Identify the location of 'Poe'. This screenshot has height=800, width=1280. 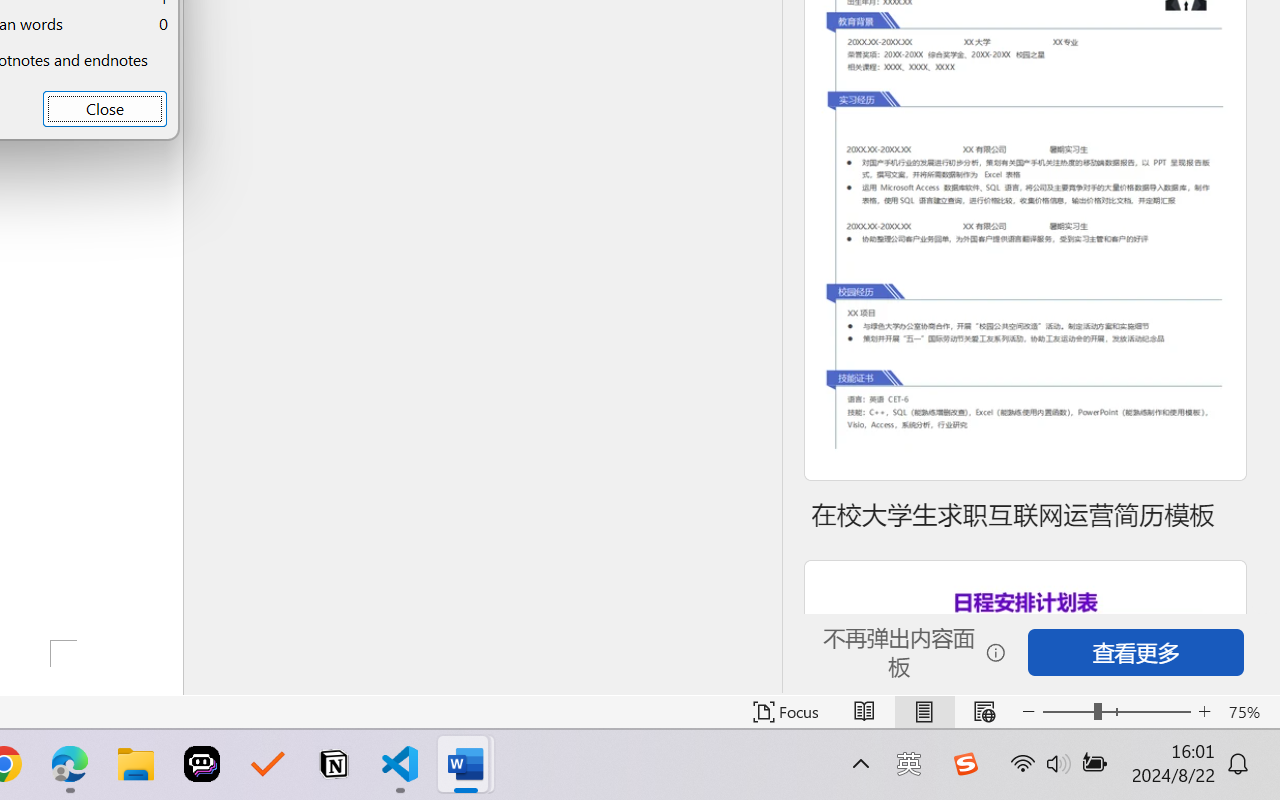
(202, 764).